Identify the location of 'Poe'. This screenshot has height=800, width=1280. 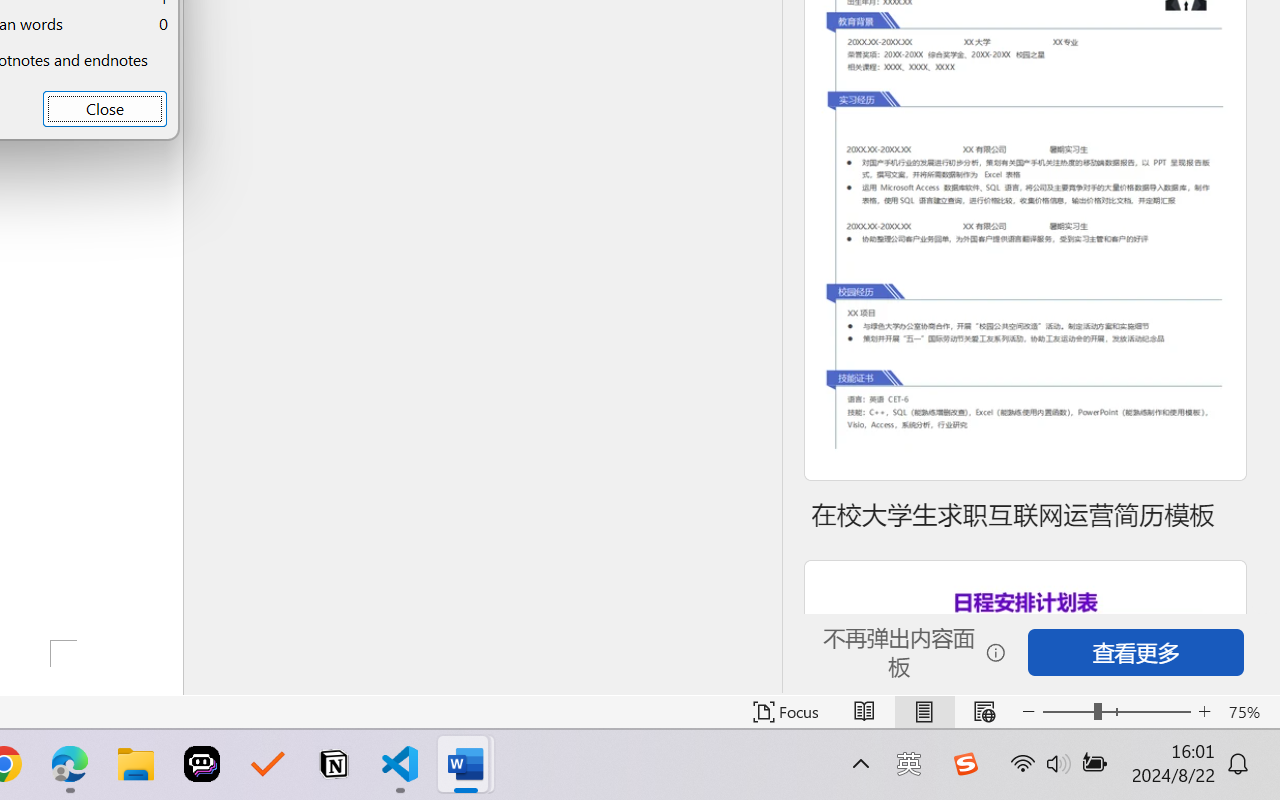
(202, 764).